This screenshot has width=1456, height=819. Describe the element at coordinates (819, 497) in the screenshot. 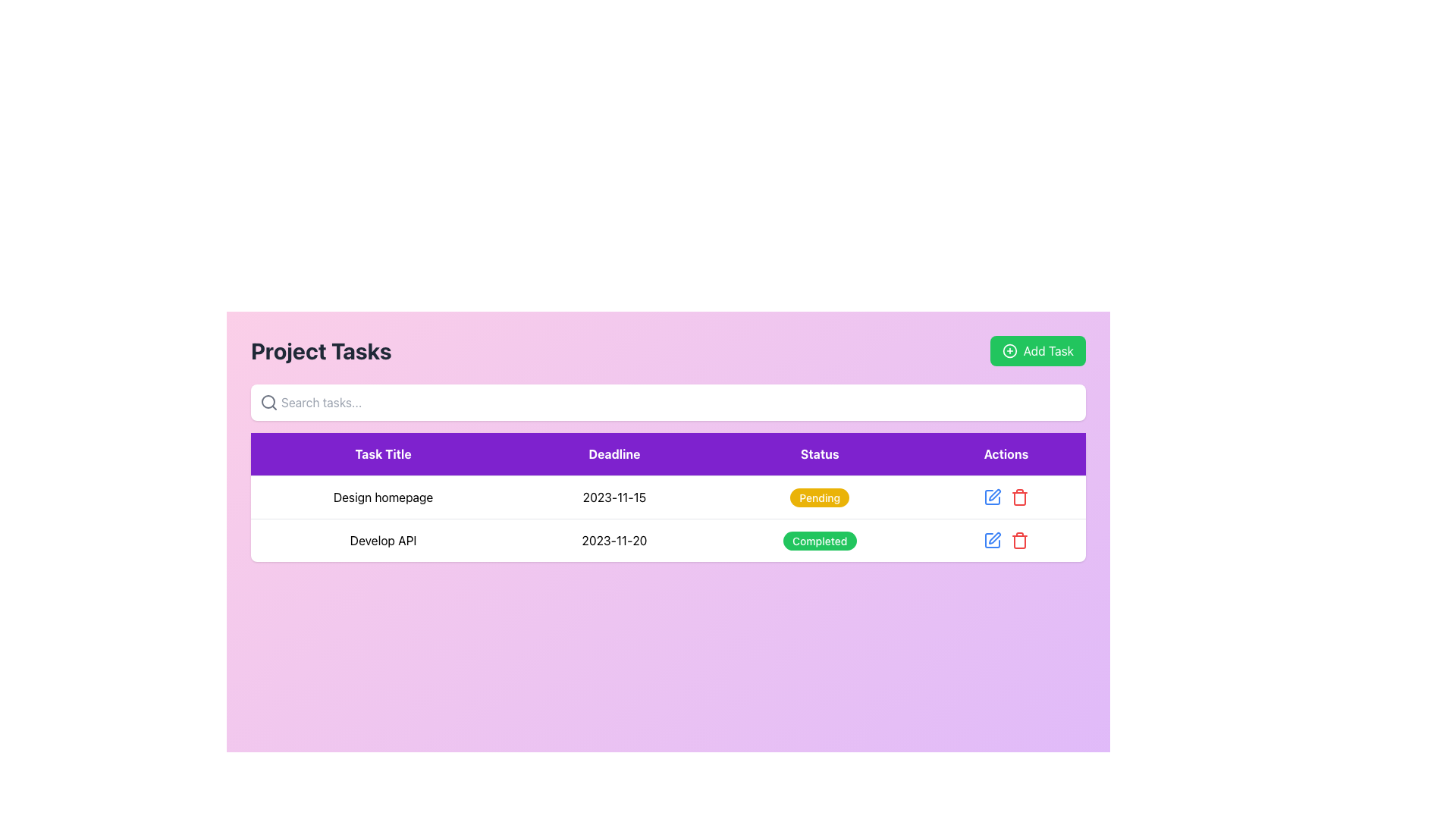

I see `the status indicator labeled 'Pending', which is a small, horizontally elongated button in the 'Status' column of the first row of the table located below the 'Project Tasks' header` at that location.